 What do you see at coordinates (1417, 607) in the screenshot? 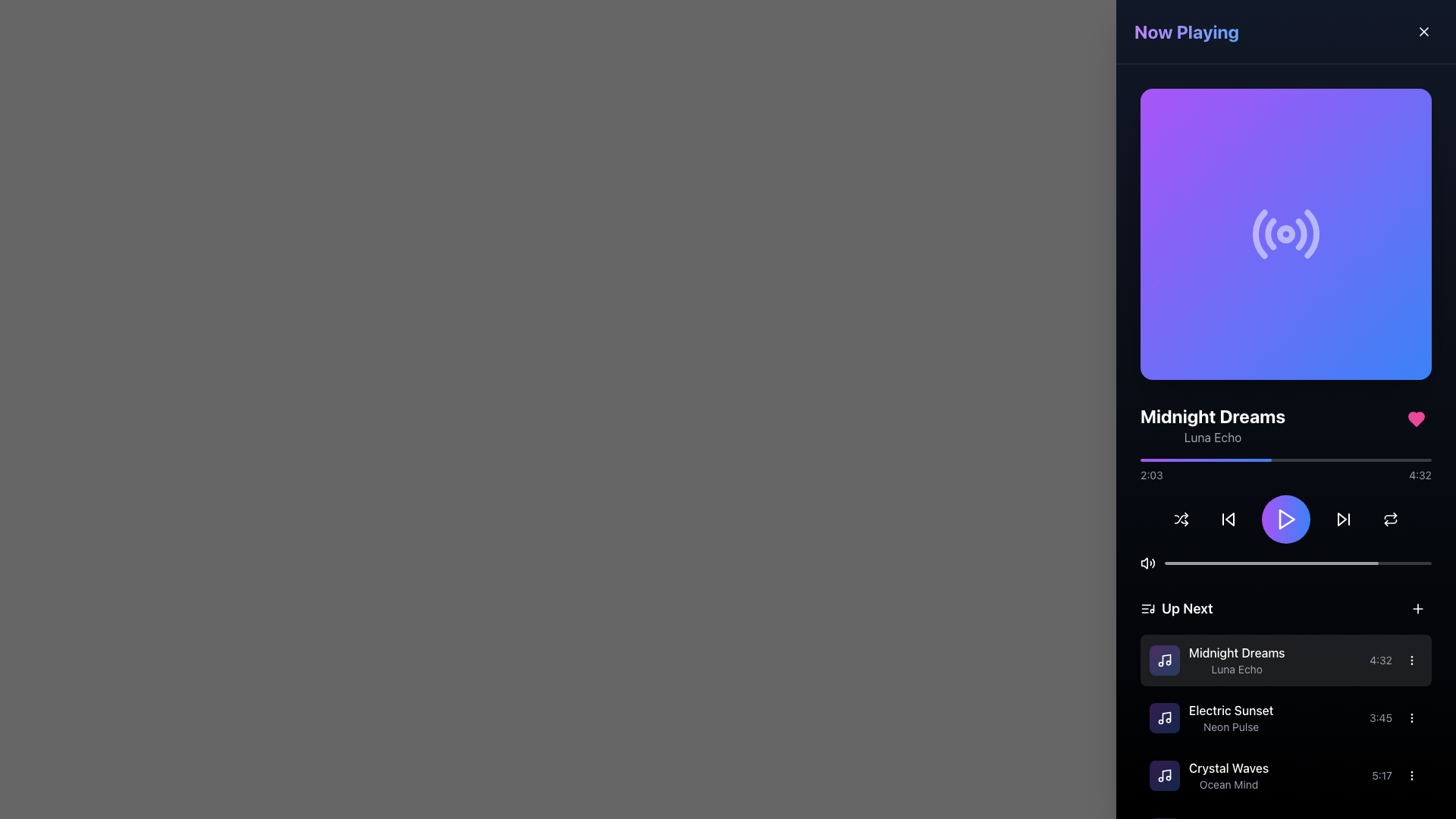
I see `the circular button with a plus symbol` at bounding box center [1417, 607].